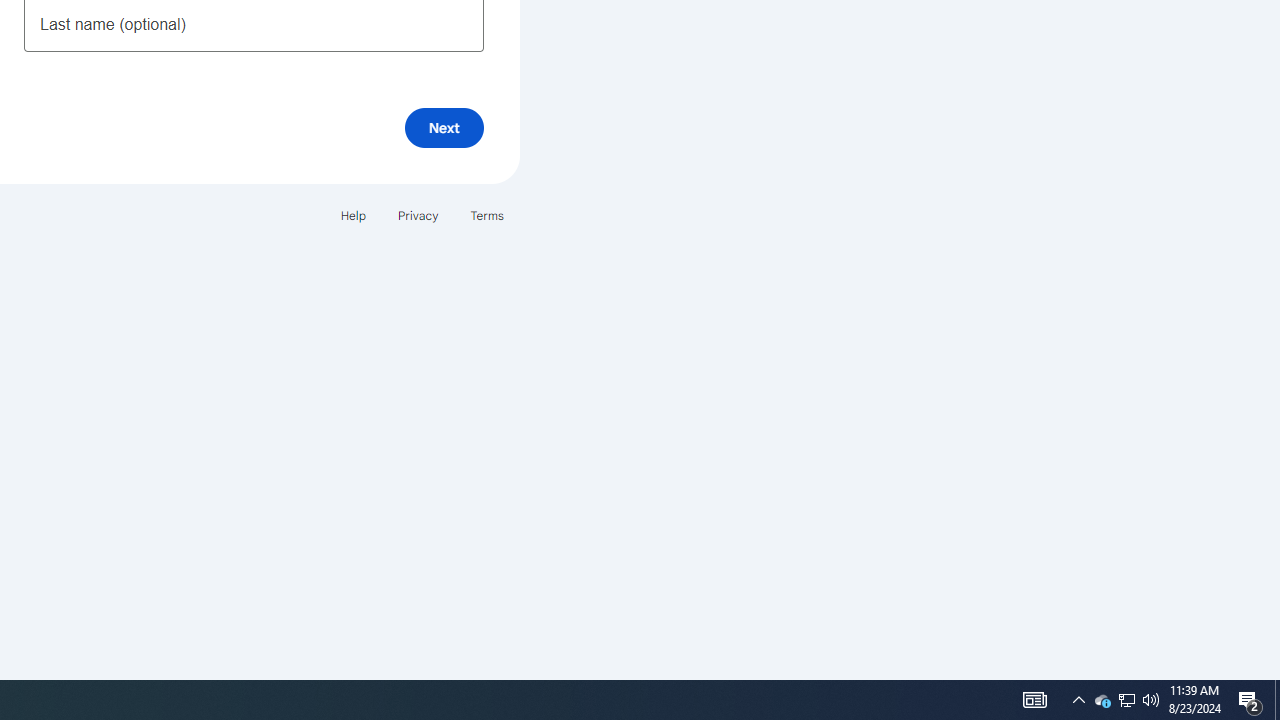 Image resolution: width=1280 pixels, height=720 pixels. What do you see at coordinates (443, 127) in the screenshot?
I see `'Next'` at bounding box center [443, 127].